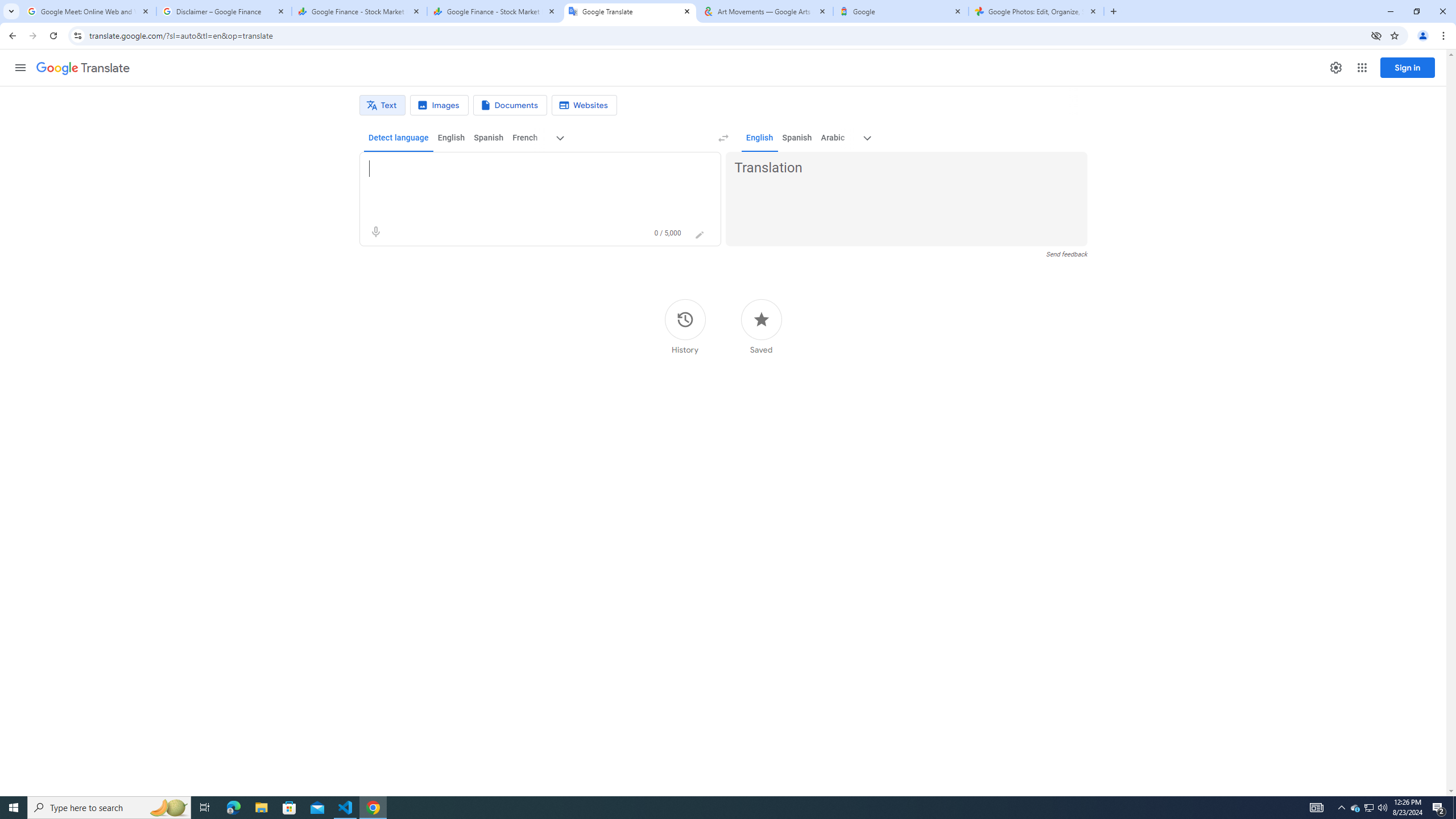 The width and height of the screenshot is (1456, 819). Describe the element at coordinates (510, 105) in the screenshot. I see `'Document translation'` at that location.